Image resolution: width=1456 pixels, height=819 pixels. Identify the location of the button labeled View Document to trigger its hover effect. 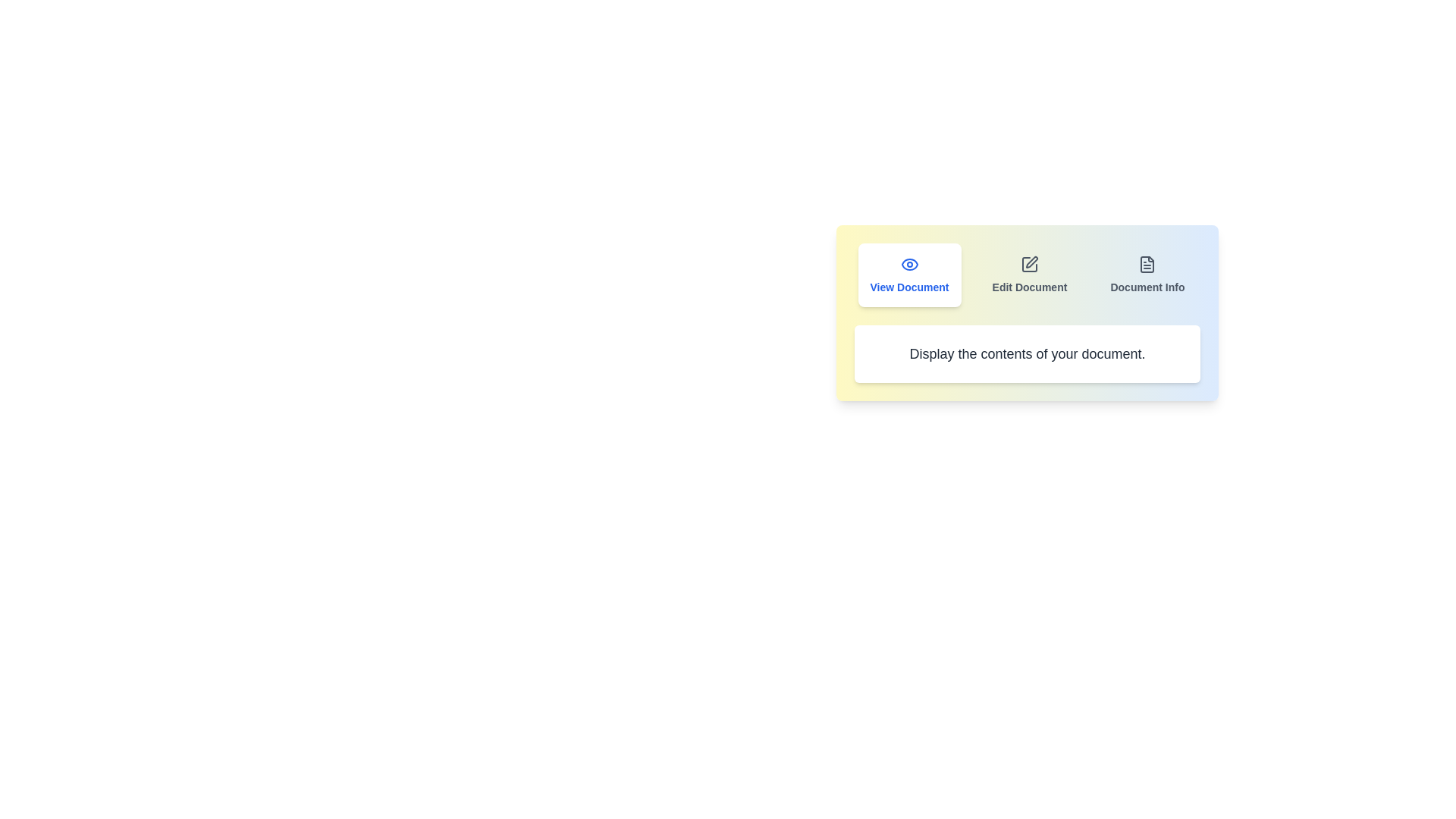
(909, 275).